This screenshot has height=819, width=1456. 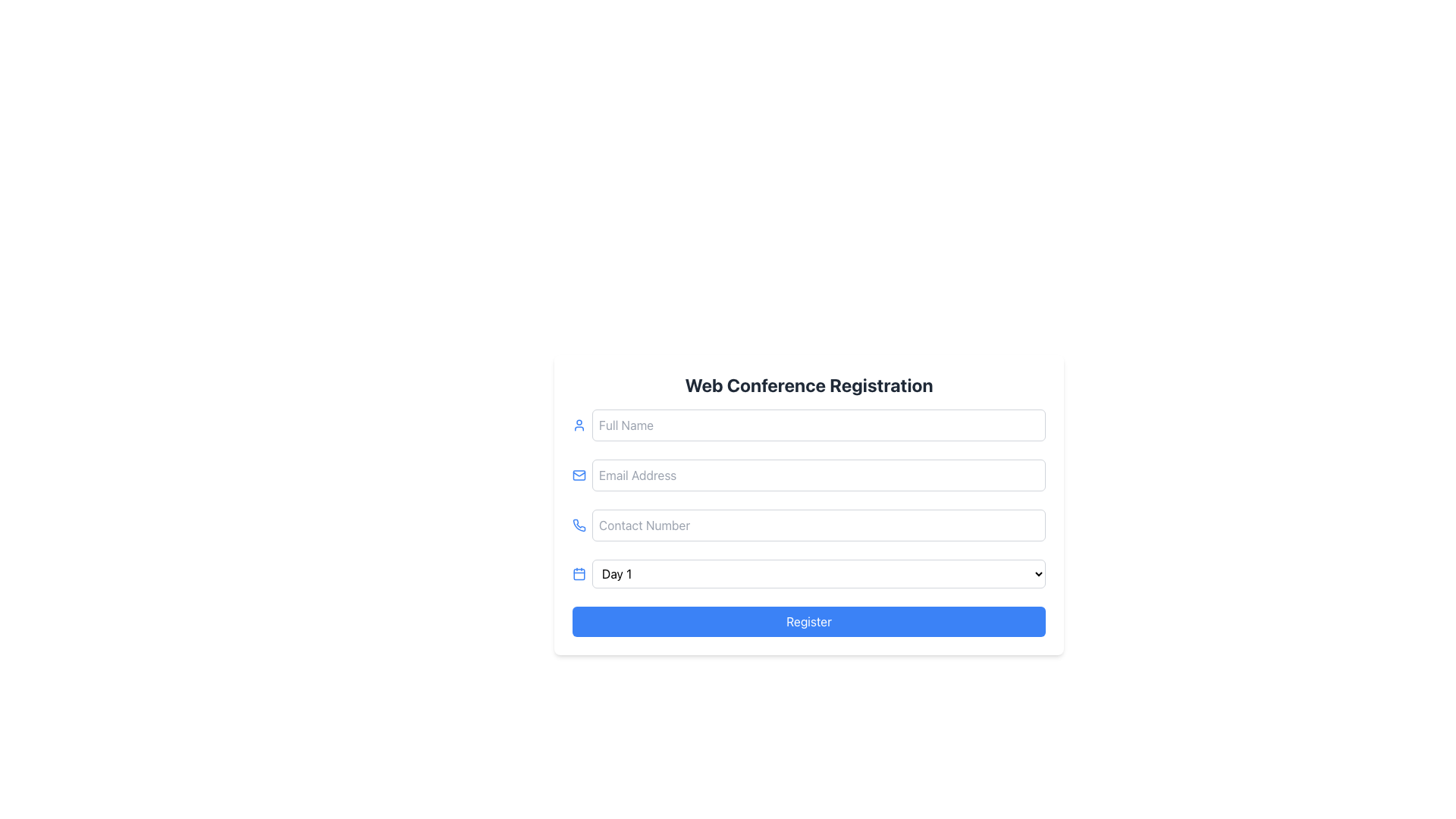 What do you see at coordinates (578, 525) in the screenshot?
I see `the blue phone icon, which is positioned leftmost in the layout above the 'Day 1' dropdown menu` at bounding box center [578, 525].